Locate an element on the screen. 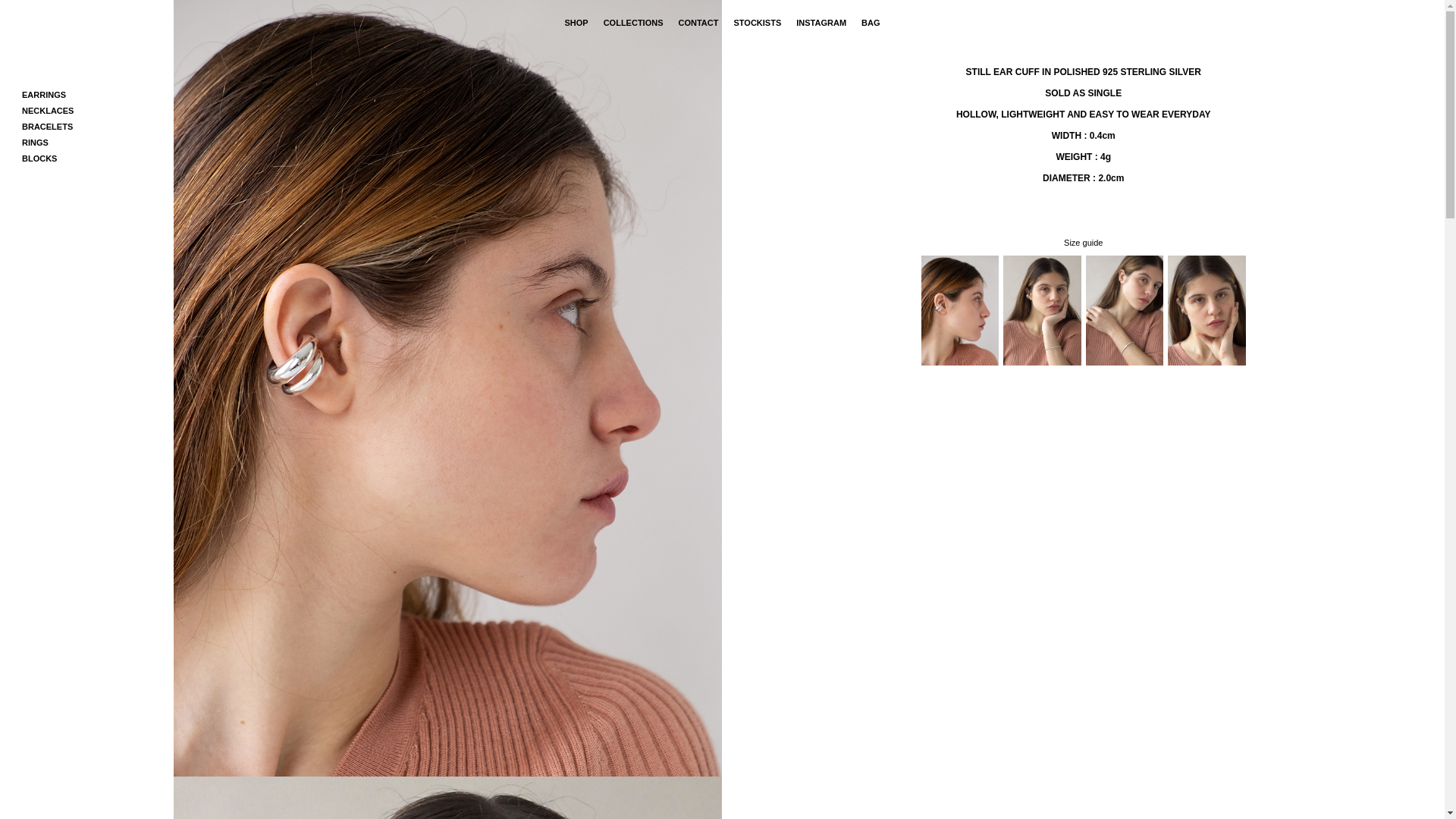 The width and height of the screenshot is (1456, 819). 'STOCKISTS' is located at coordinates (733, 23).